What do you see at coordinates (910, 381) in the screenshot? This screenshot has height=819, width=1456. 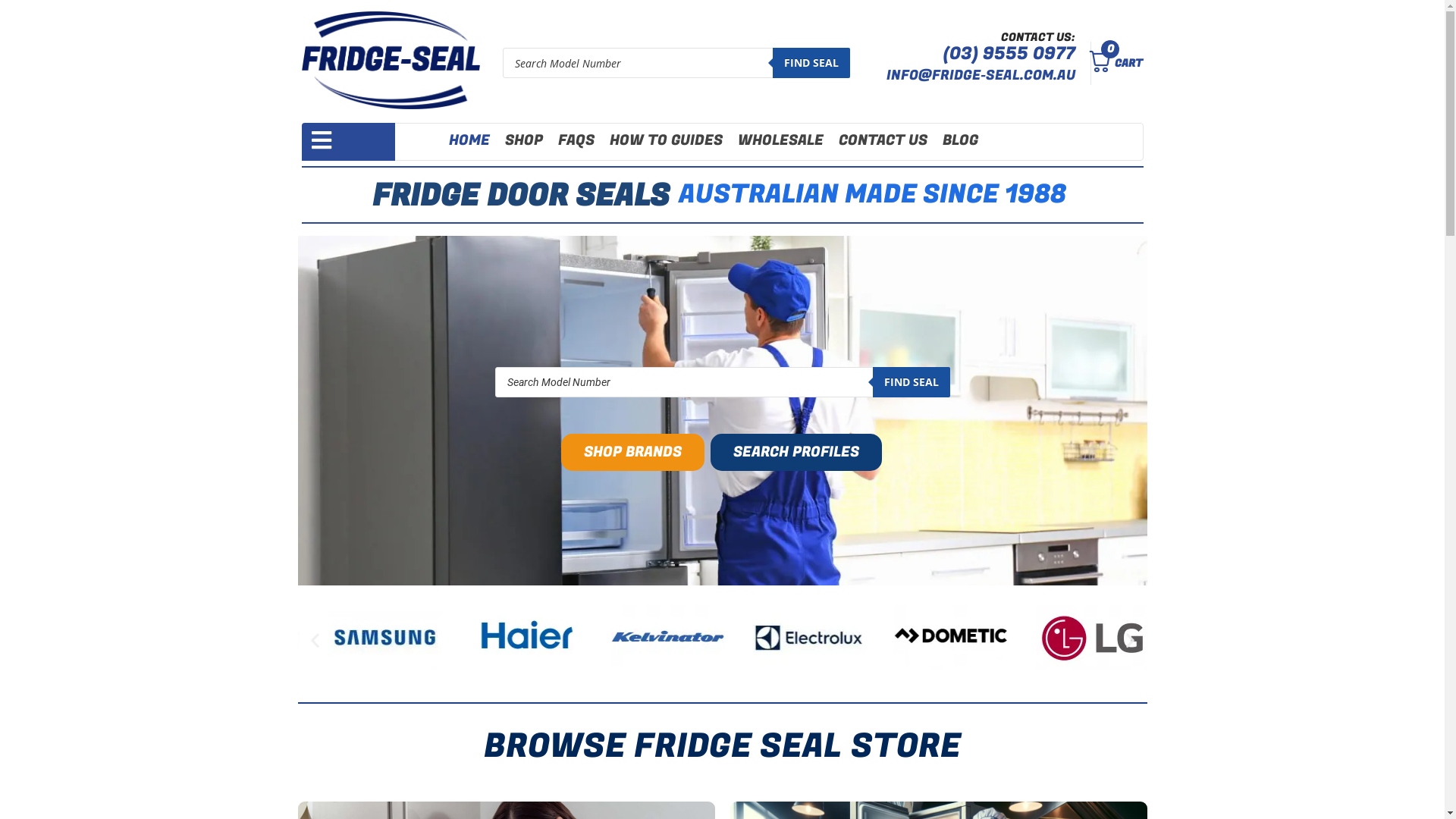 I see `'FIND SEAL'` at bounding box center [910, 381].